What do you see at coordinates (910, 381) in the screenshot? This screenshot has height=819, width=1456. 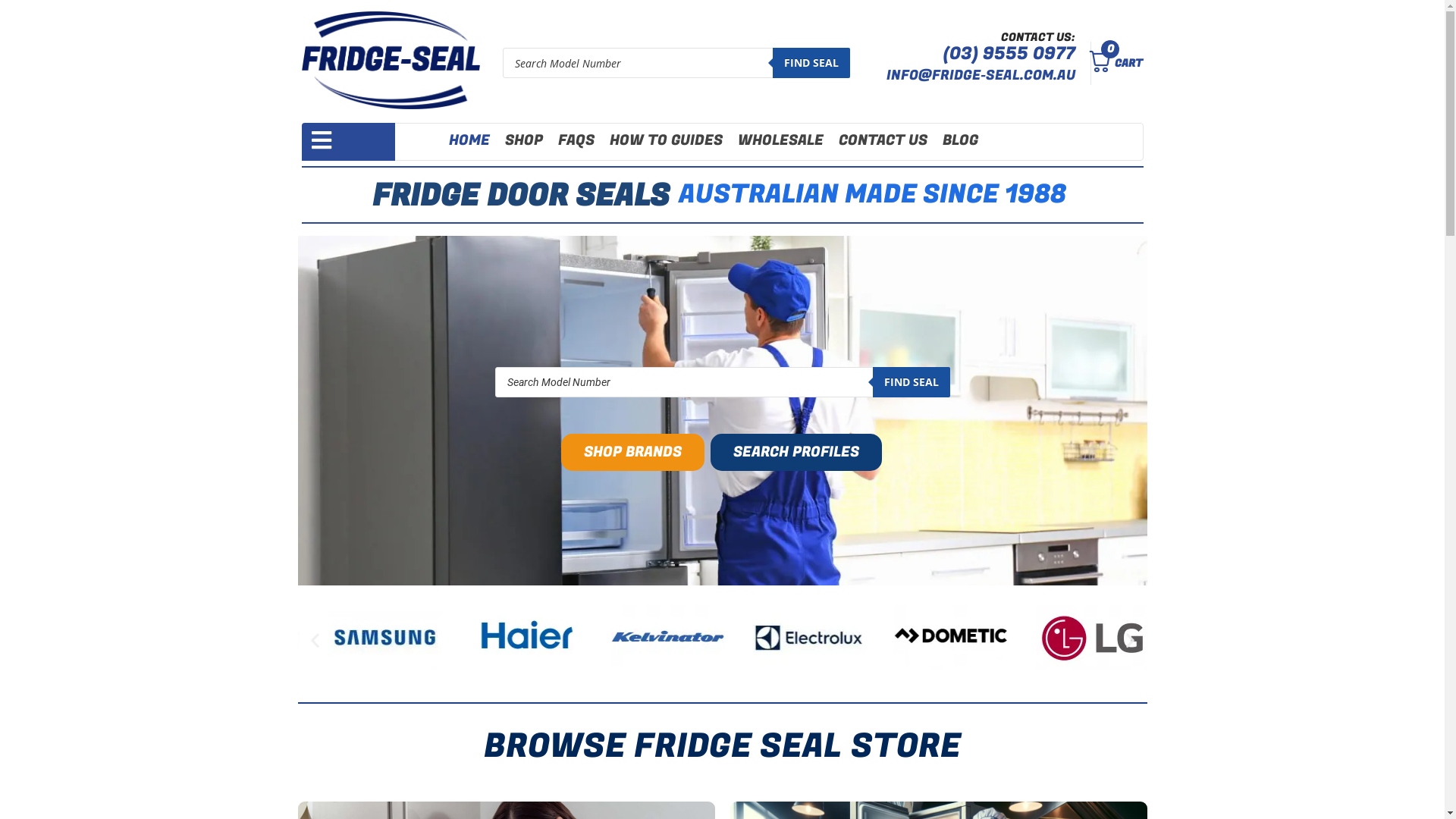 I see `'FIND SEAL'` at bounding box center [910, 381].